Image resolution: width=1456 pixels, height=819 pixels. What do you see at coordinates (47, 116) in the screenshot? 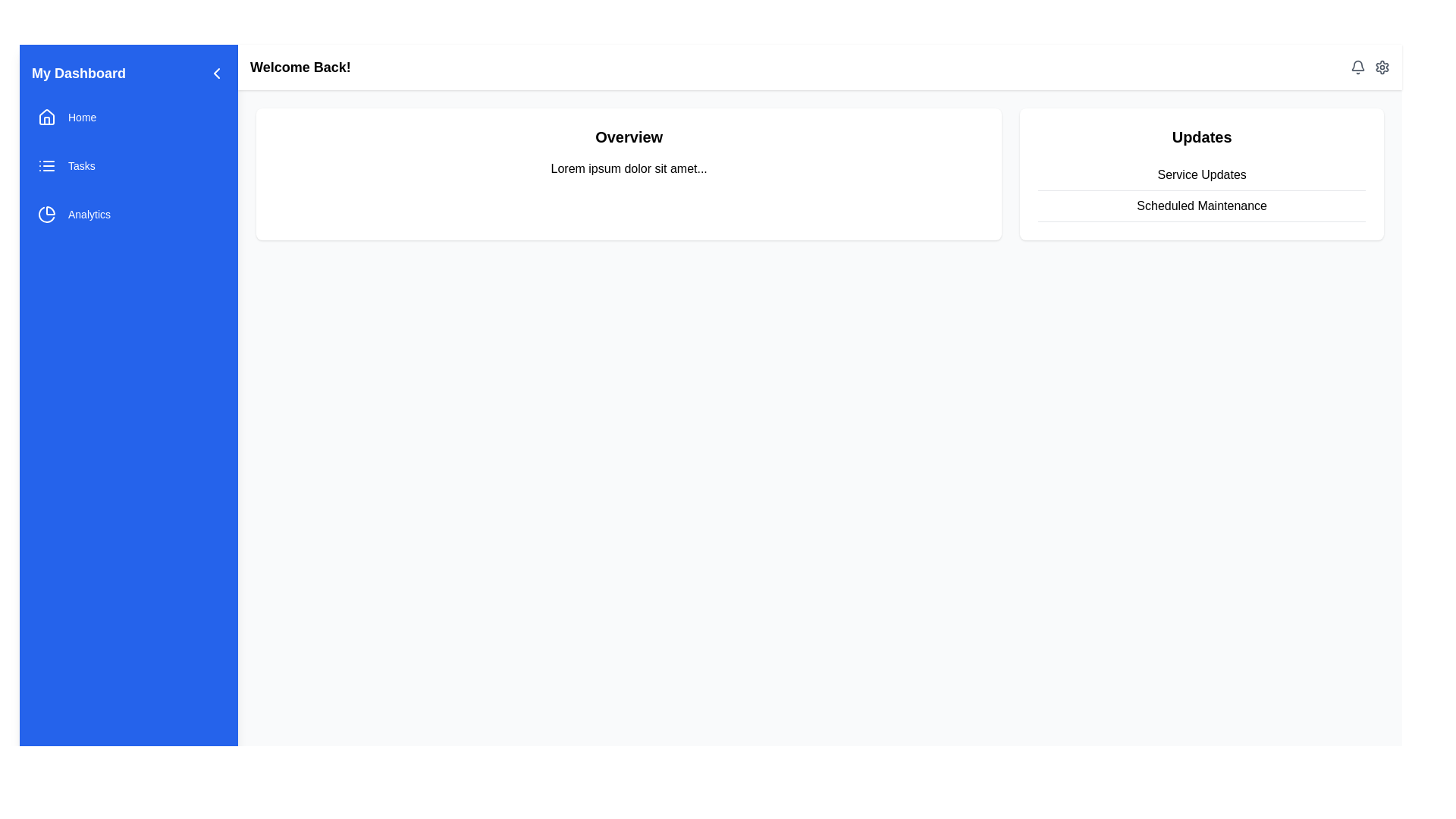
I see `the 'Home' icon in the left-hand navigation menu, located above the 'Tasks' and 'Analytics' entries` at bounding box center [47, 116].